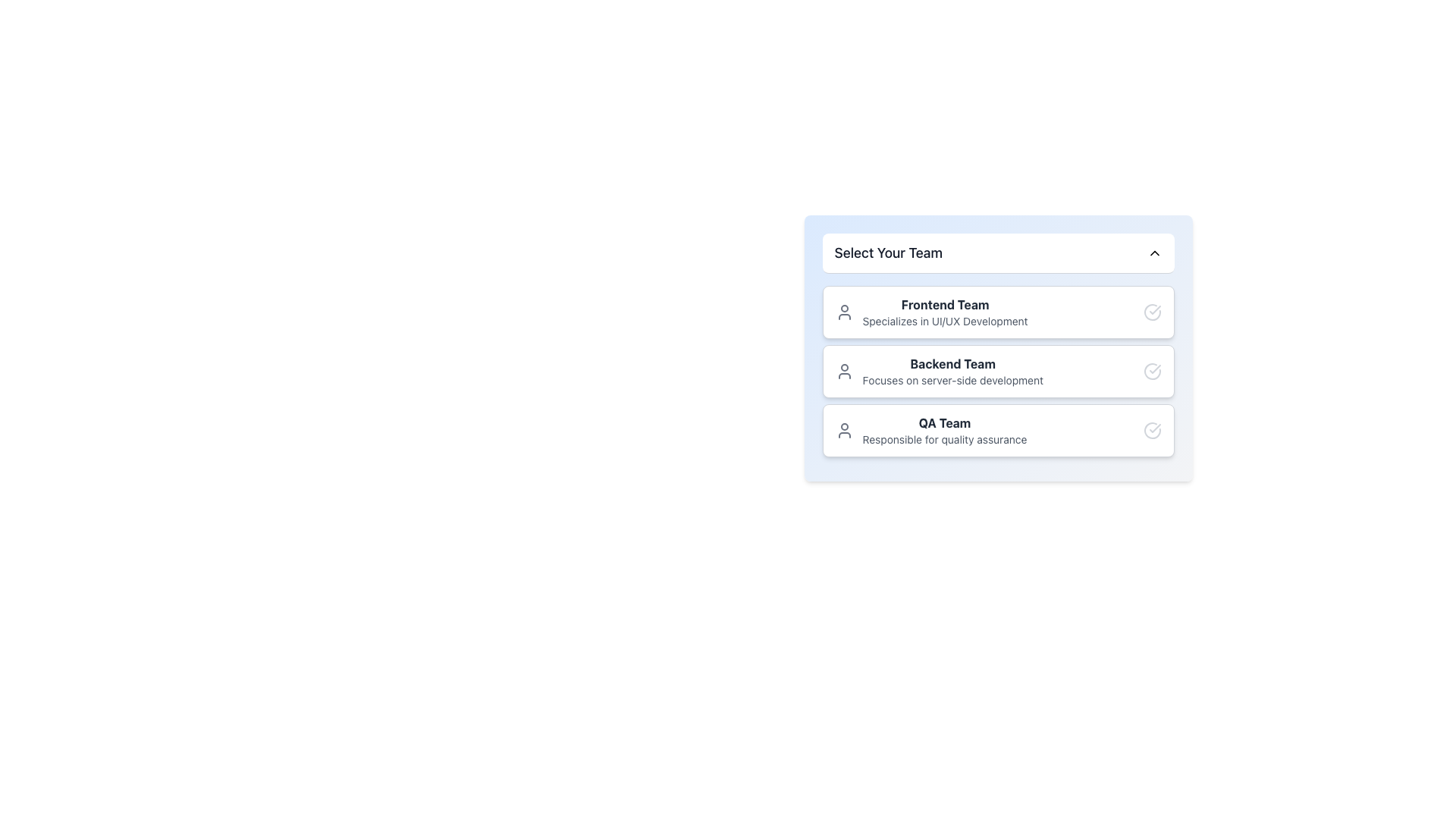 Image resolution: width=1456 pixels, height=819 pixels. What do you see at coordinates (998, 430) in the screenshot?
I see `the 'QA Team' card which is the third card in the list of horizontally stacked cards, containing a user icon and descriptive text` at bounding box center [998, 430].